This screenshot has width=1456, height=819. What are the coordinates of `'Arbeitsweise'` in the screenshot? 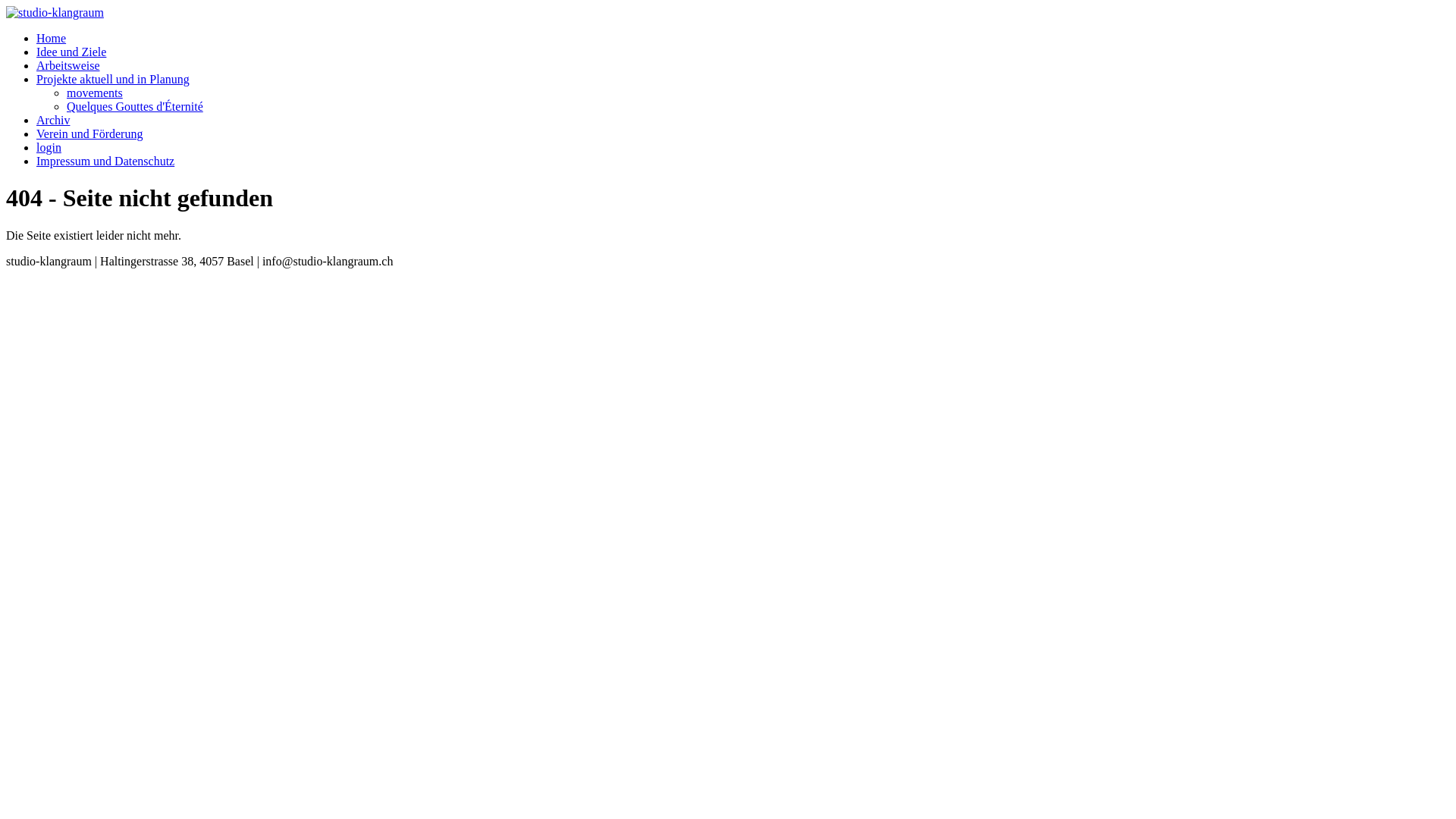 It's located at (36, 64).